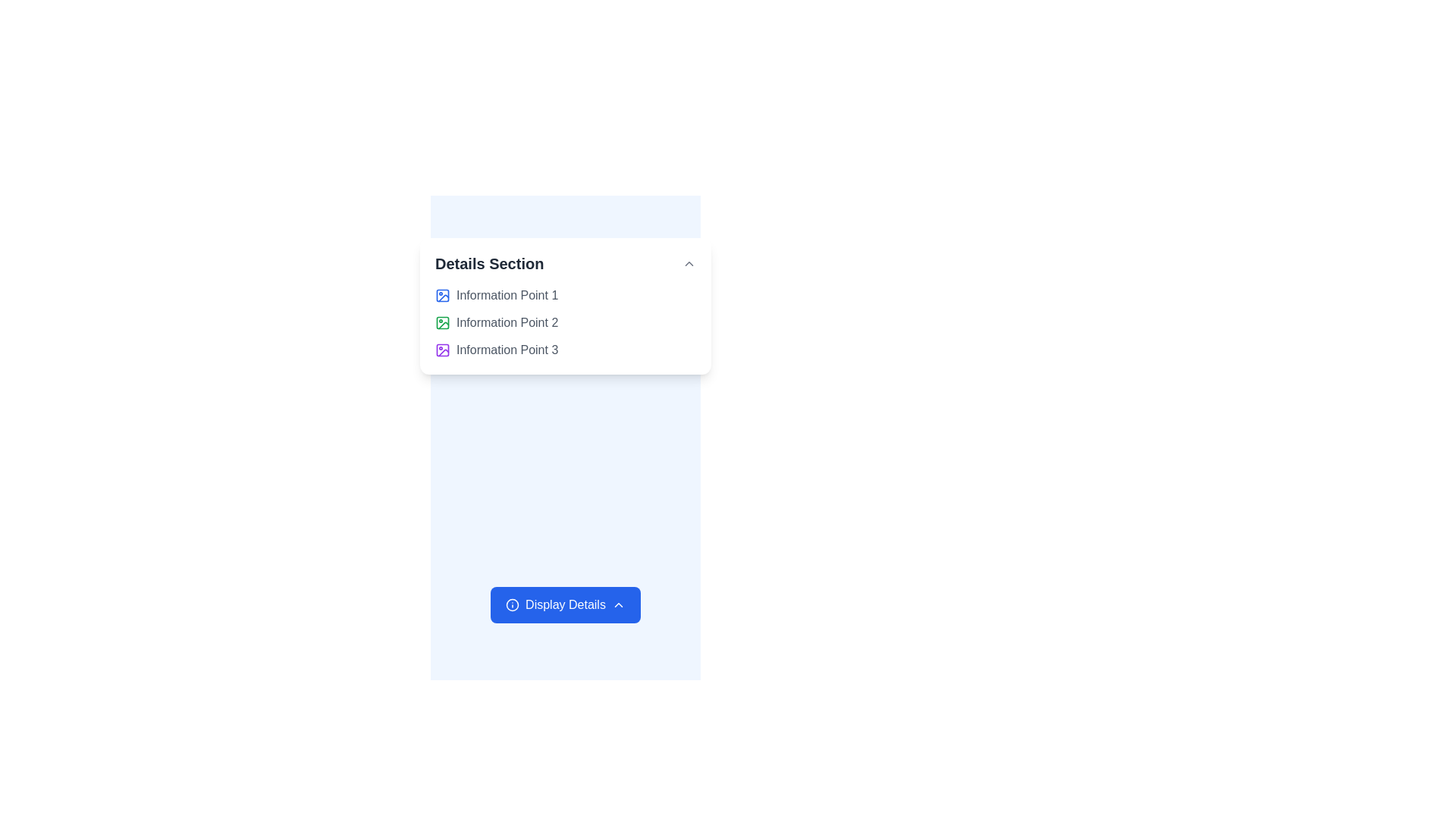  I want to click on the icon representing 'Information Point 1' located at the top of the vertical list in the 'Details Section' panel, to the left of the label, so click(442, 295).